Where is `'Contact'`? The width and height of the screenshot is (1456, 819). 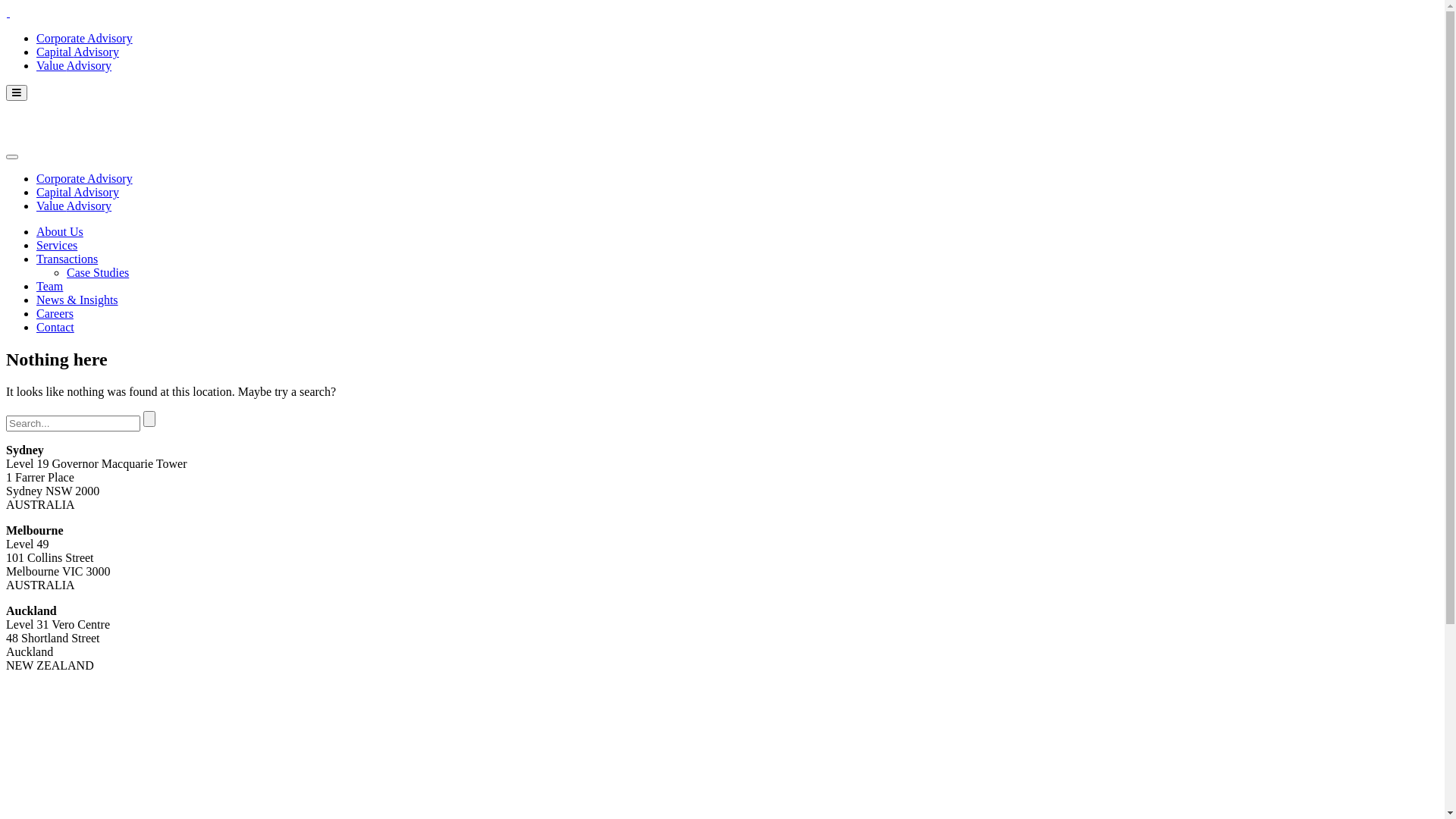
'Contact' is located at coordinates (55, 326).